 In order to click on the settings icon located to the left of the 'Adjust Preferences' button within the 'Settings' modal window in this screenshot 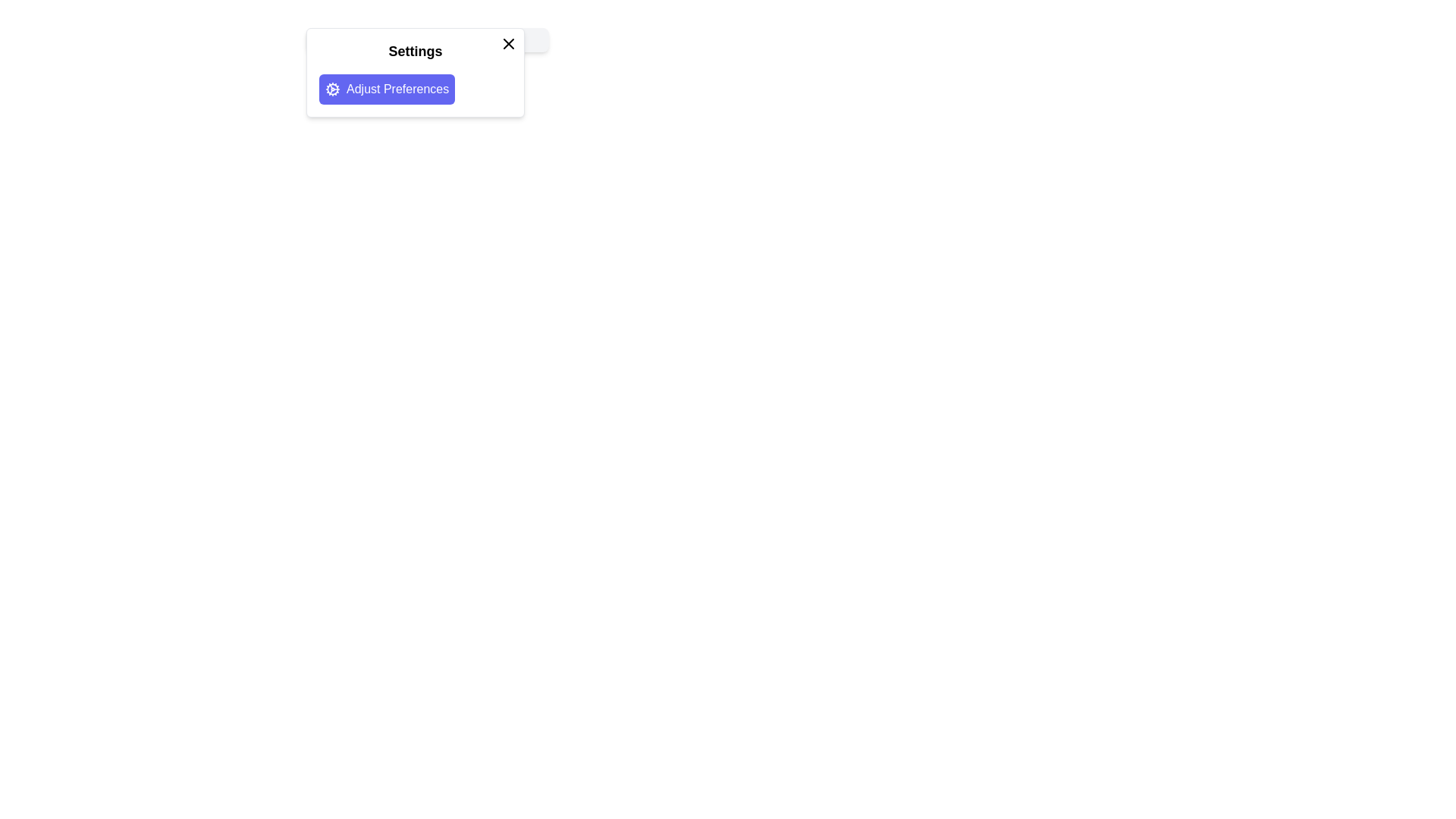, I will do `click(331, 89)`.